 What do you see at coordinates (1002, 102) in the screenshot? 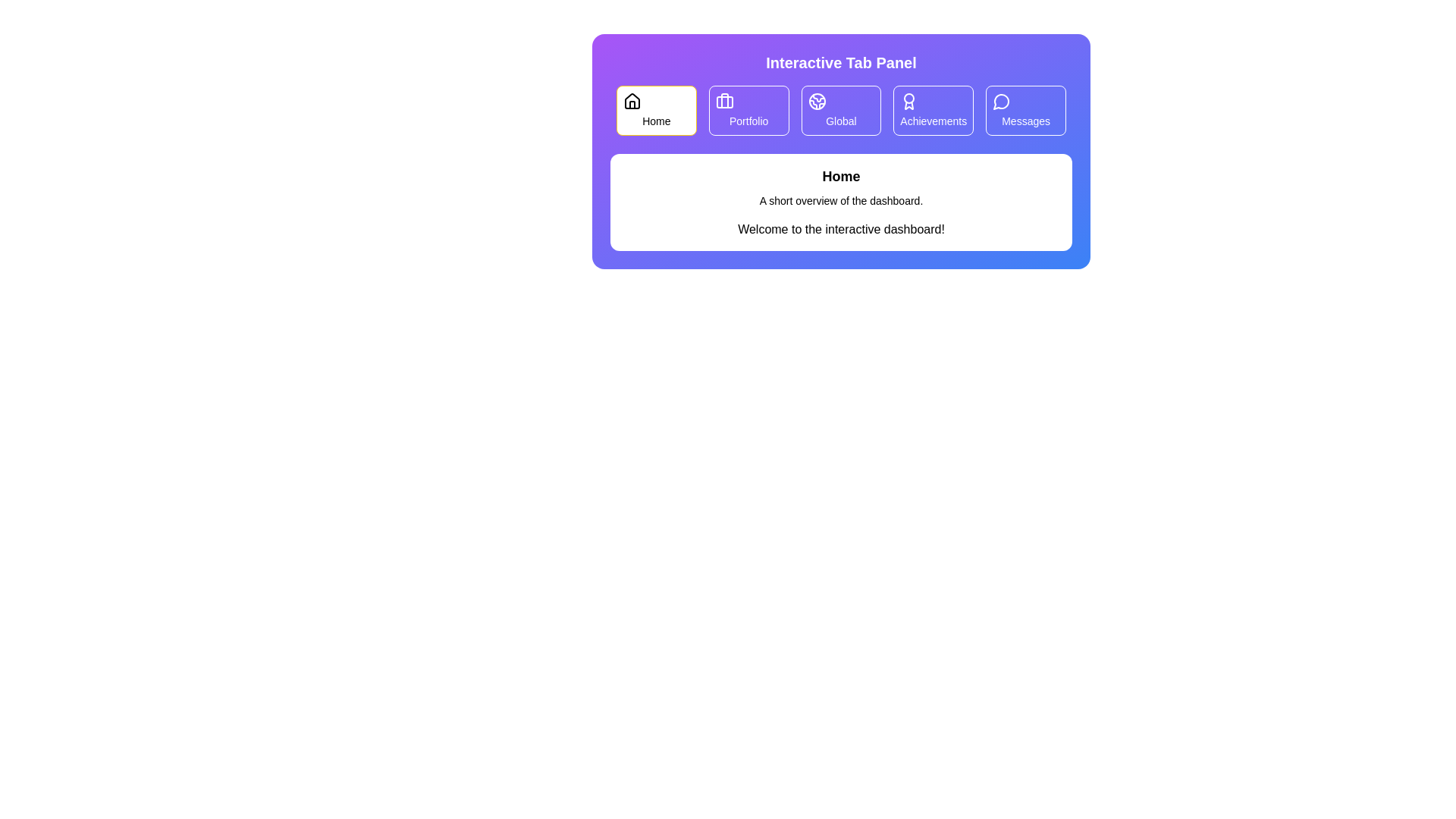
I see `the circular speech bubble outline icon associated with the 'Messages' button located in the upper-right section of the interactive tab panel` at bounding box center [1002, 102].